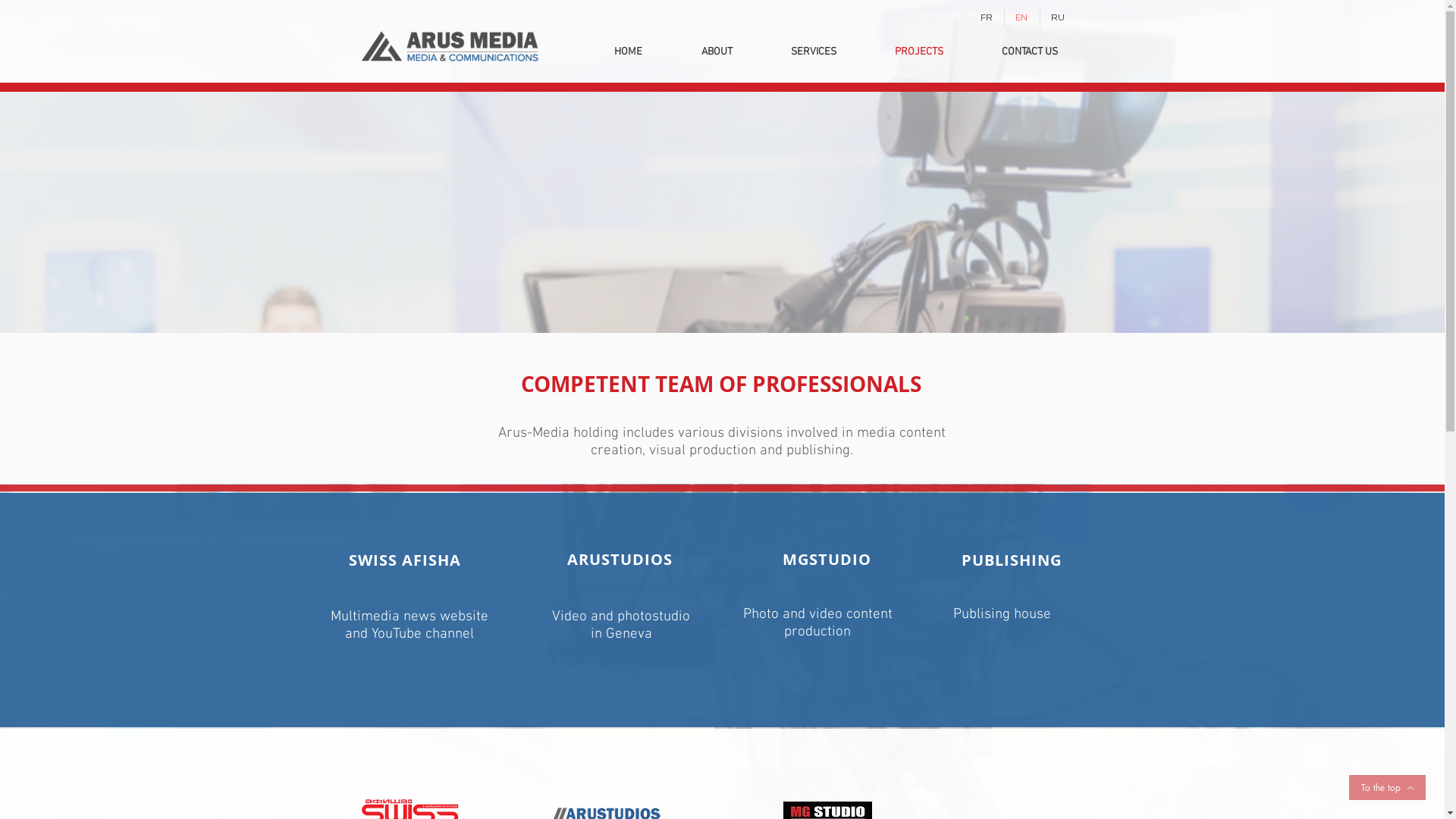 The image size is (1456, 819). I want to click on 'RU', so click(1057, 17).